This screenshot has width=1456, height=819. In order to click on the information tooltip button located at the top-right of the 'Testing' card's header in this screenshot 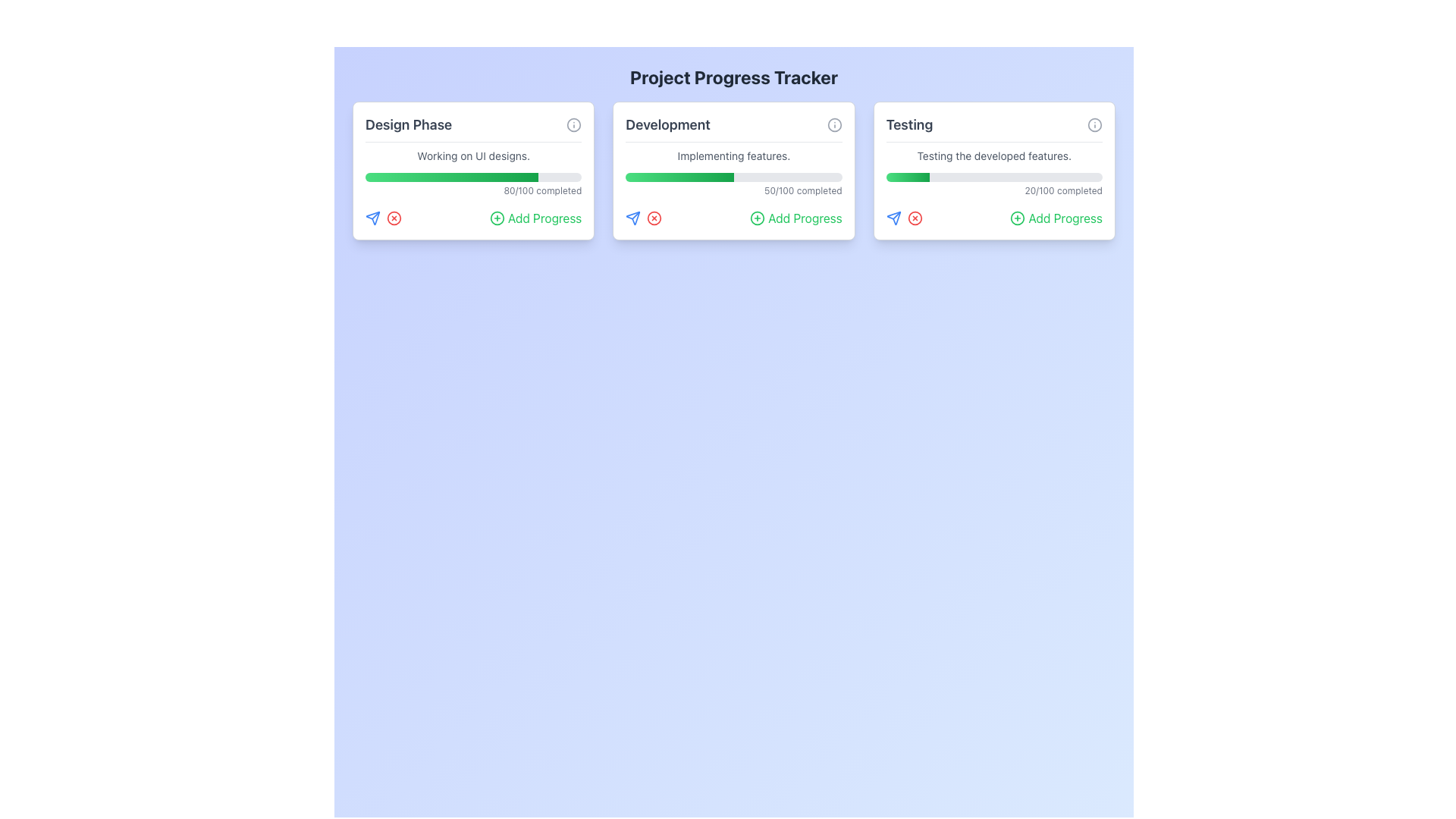, I will do `click(1095, 124)`.